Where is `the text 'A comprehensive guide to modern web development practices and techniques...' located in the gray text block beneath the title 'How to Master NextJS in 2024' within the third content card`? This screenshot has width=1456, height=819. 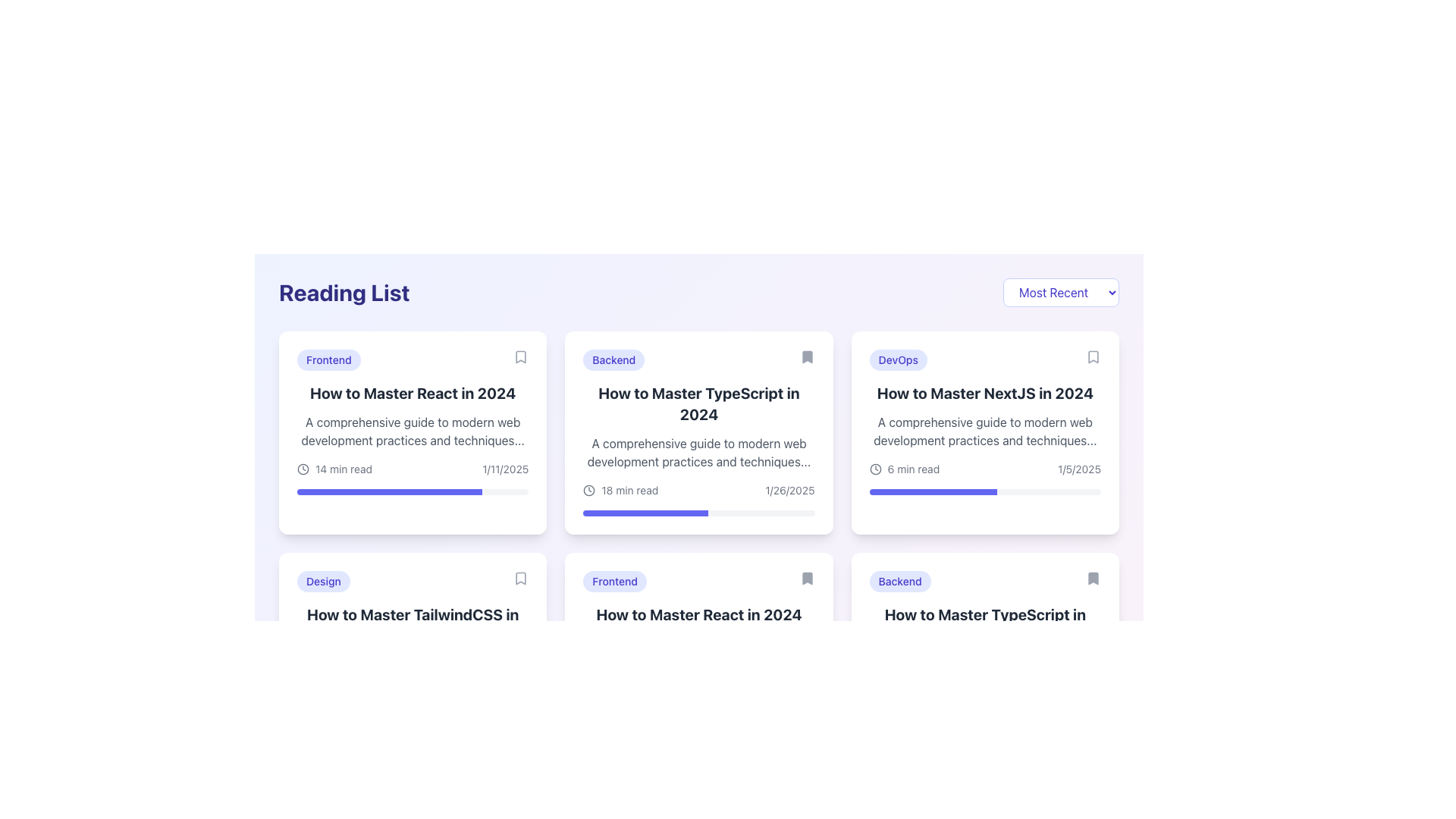 the text 'A comprehensive guide to modern web development practices and techniques...' located in the gray text block beneath the title 'How to Master NextJS in 2024' within the third content card is located at coordinates (985, 431).